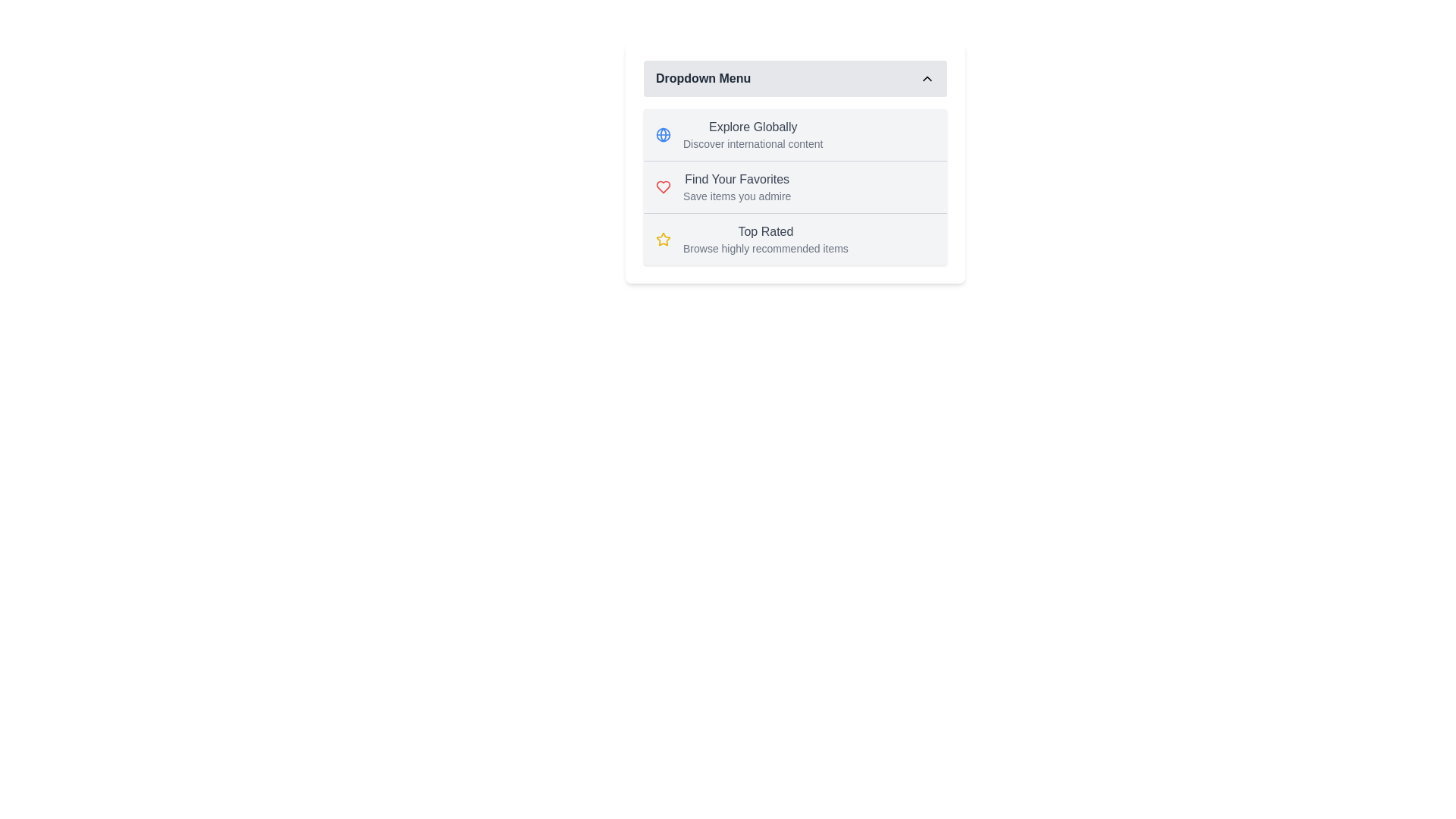 The image size is (1456, 819). What do you see at coordinates (795, 186) in the screenshot?
I see `the 'Find Your Favorites' dropdown menu option, which is the middle item in a list containing three options` at bounding box center [795, 186].